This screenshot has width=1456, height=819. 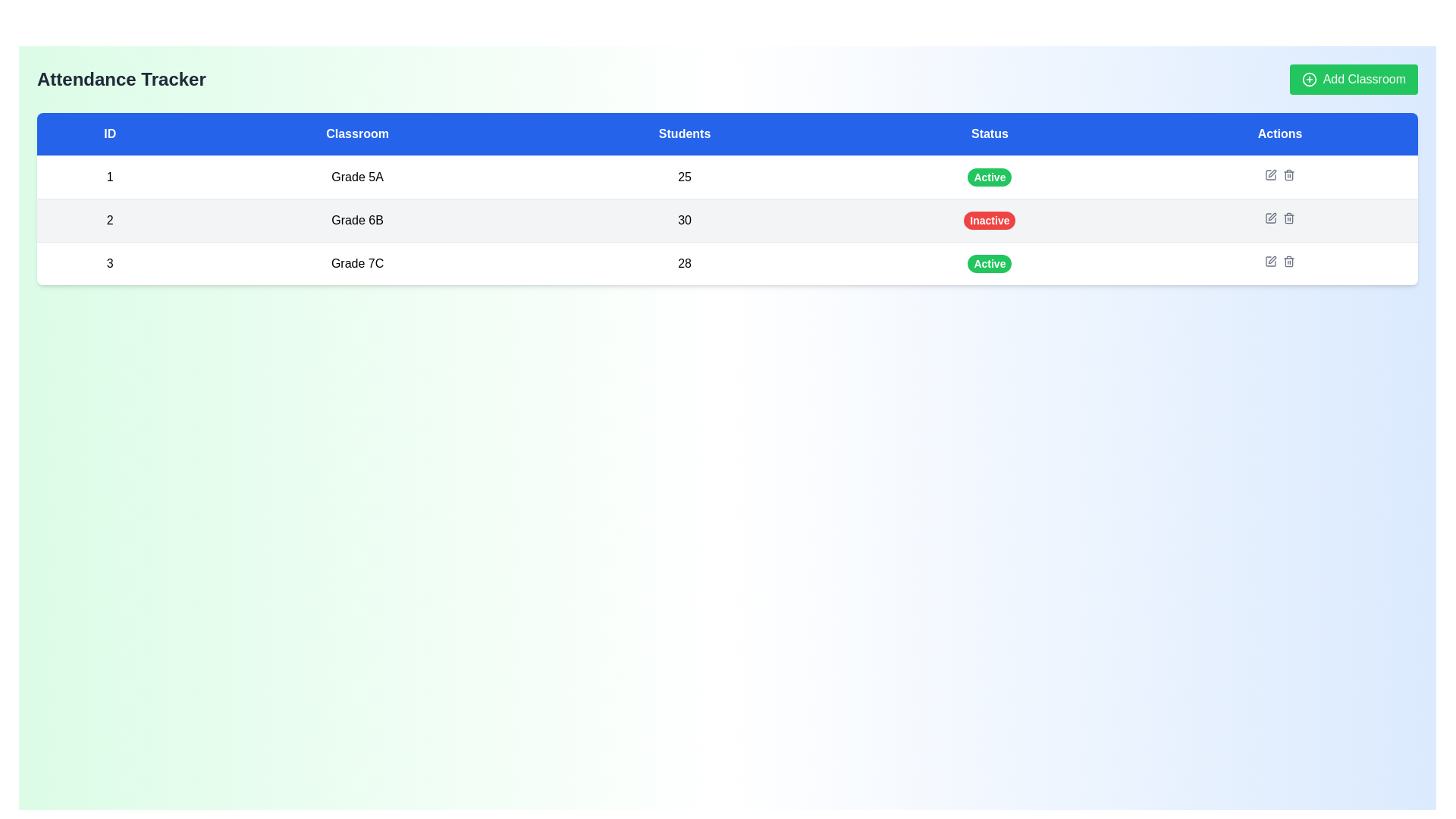 What do you see at coordinates (726, 177) in the screenshot?
I see `the first row of the table that displays details about a specific classroom, highlighting it` at bounding box center [726, 177].